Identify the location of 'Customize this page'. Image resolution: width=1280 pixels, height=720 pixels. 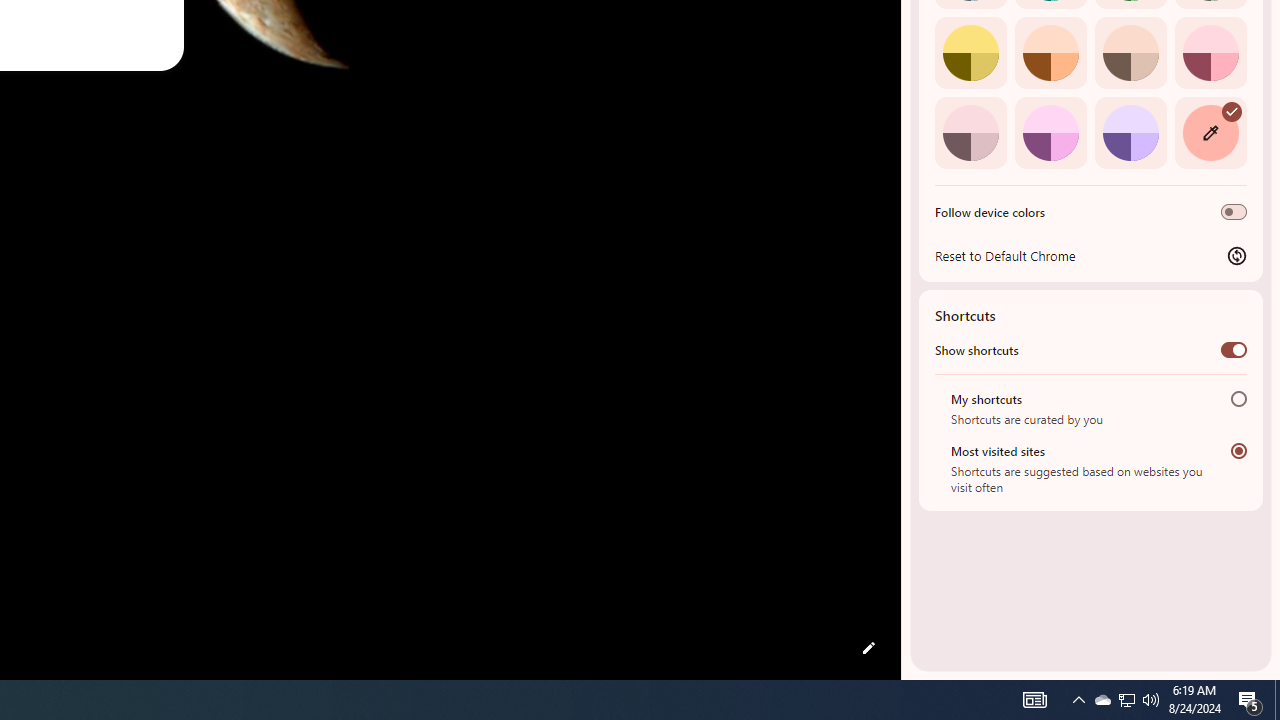
(868, 648).